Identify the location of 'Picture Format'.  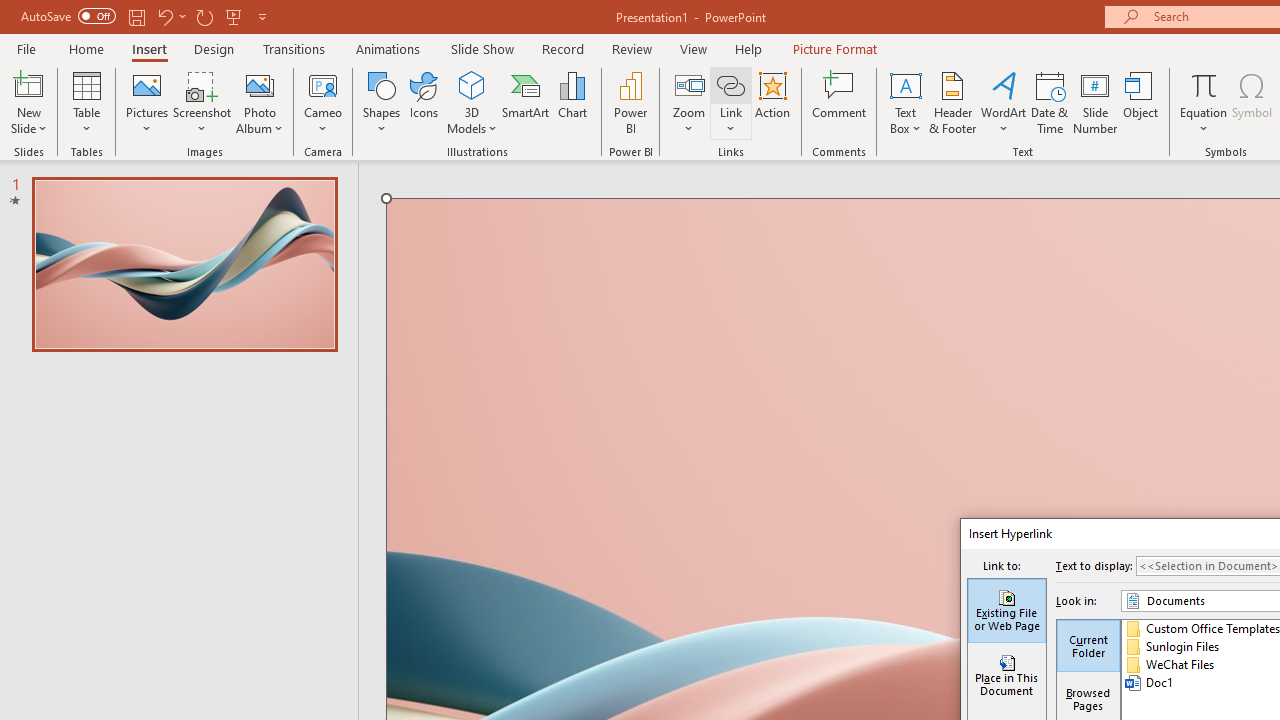
(835, 48).